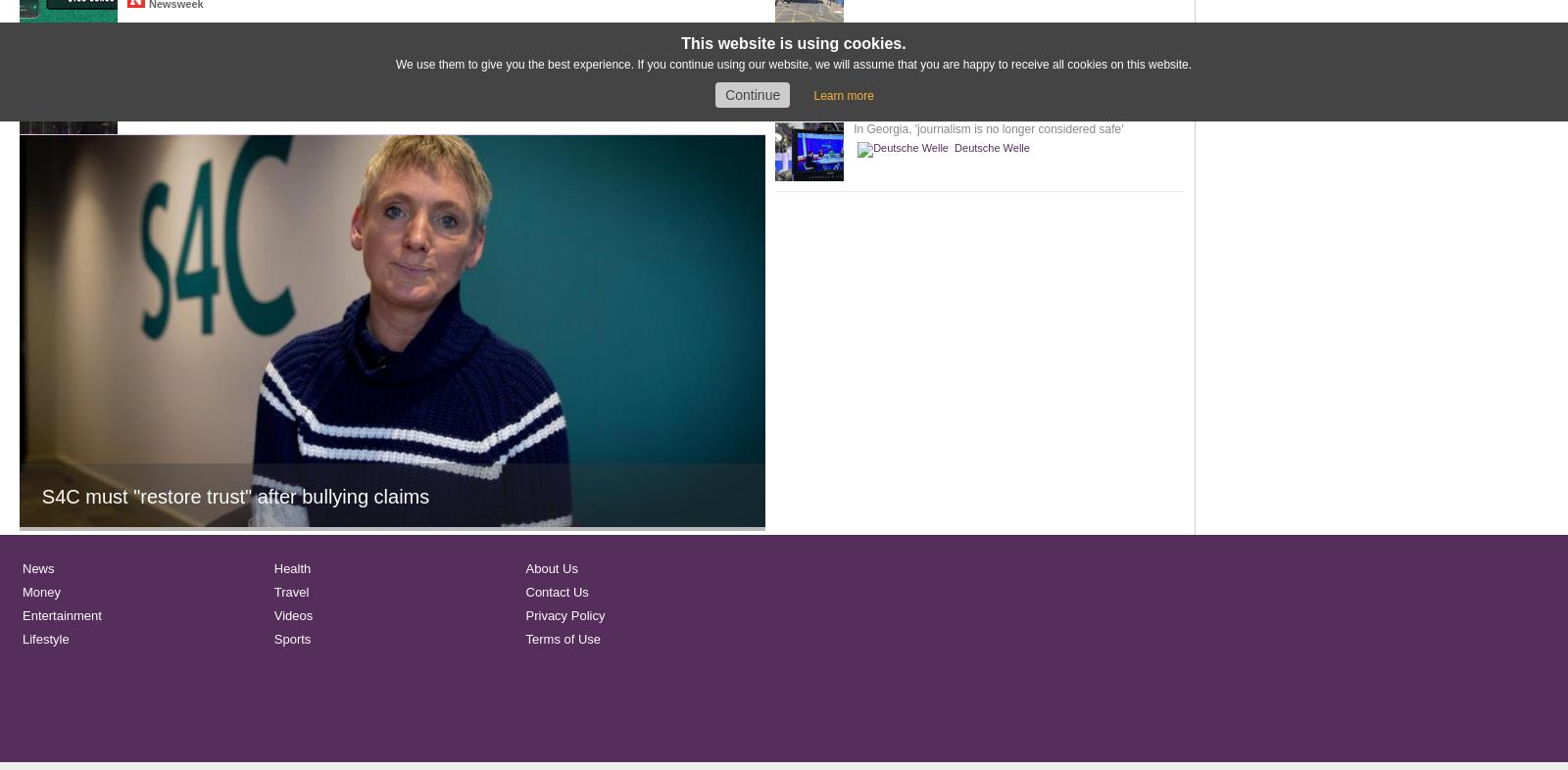  I want to click on 'Hear air traffic controller's stunned reaction to C-17 flight load as it leaves Afghanistan', so click(853, 56).